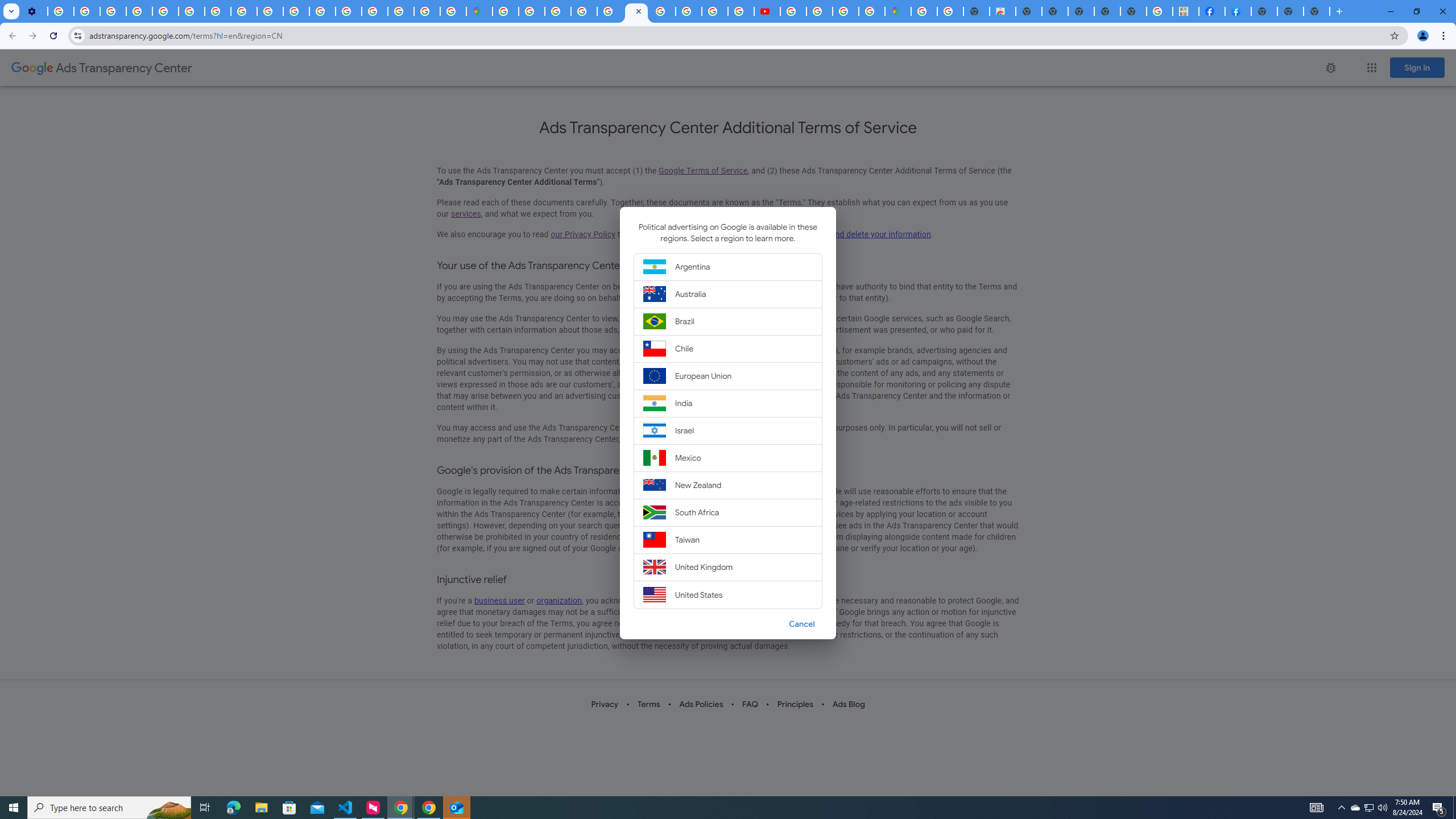 This screenshot has width=1456, height=819. I want to click on 'Learn how to find your photos - Google Photos Help', so click(86, 11).